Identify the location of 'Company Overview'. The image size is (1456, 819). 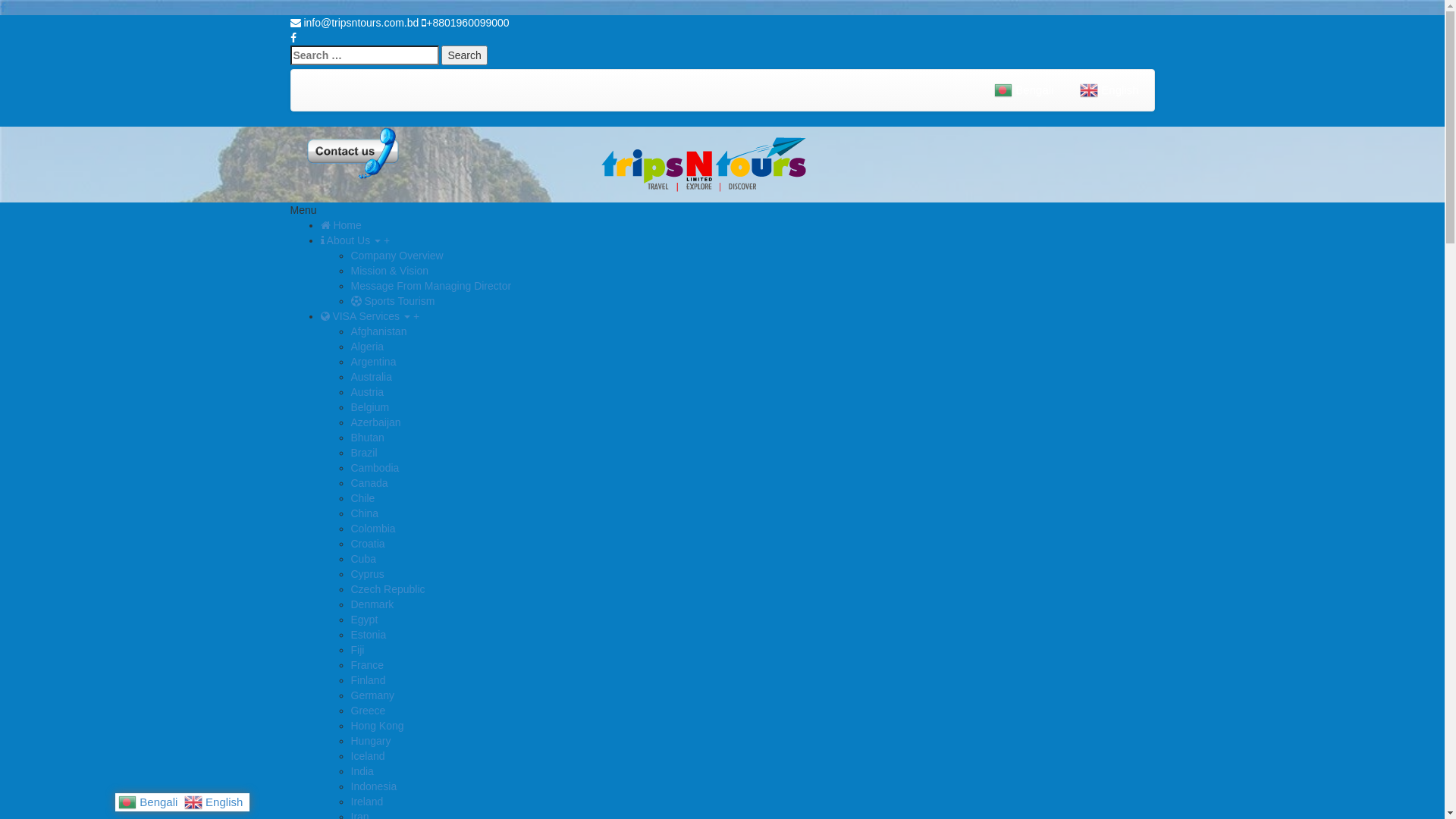
(397, 254).